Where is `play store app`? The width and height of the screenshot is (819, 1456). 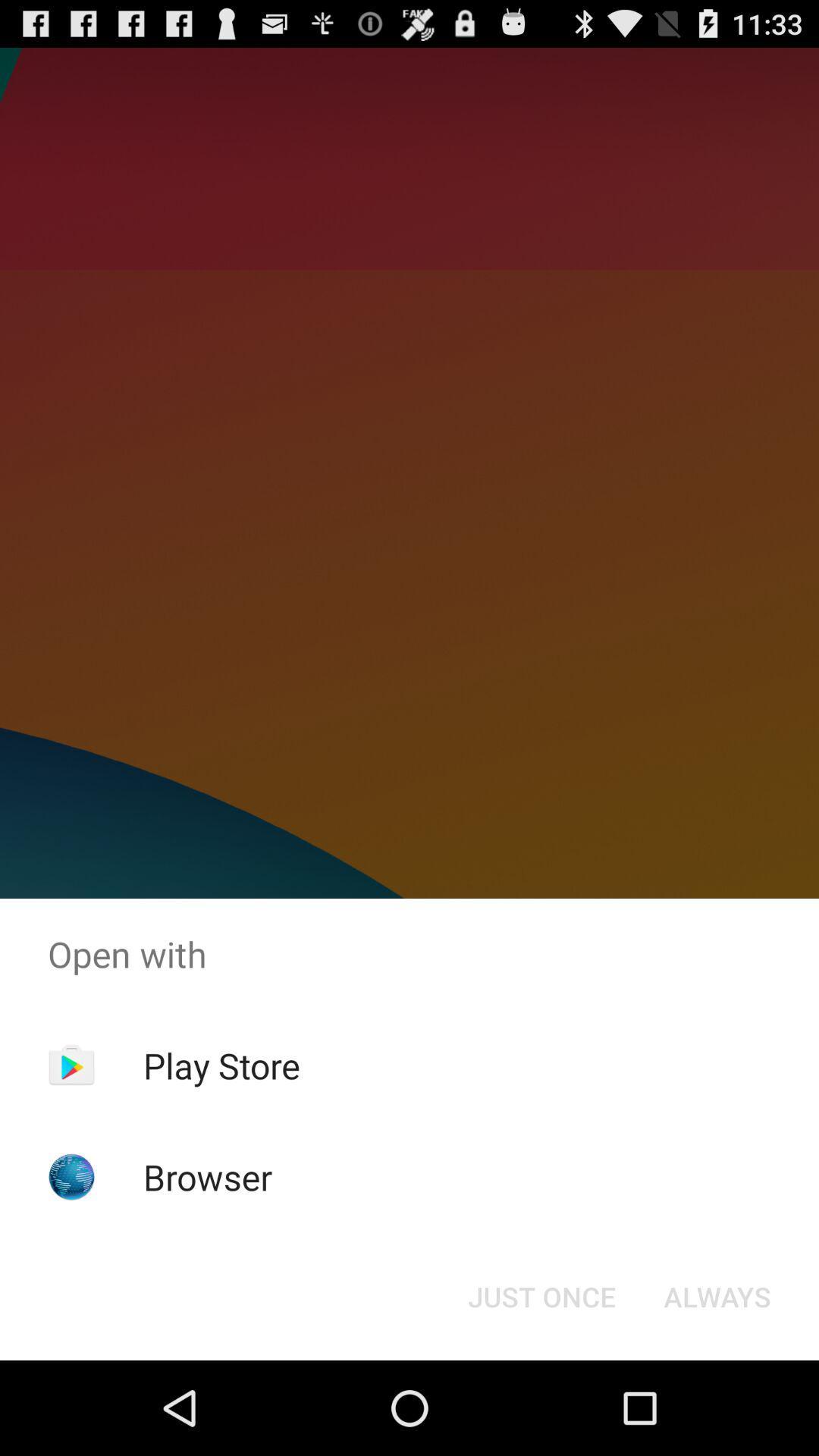
play store app is located at coordinates (221, 1065).